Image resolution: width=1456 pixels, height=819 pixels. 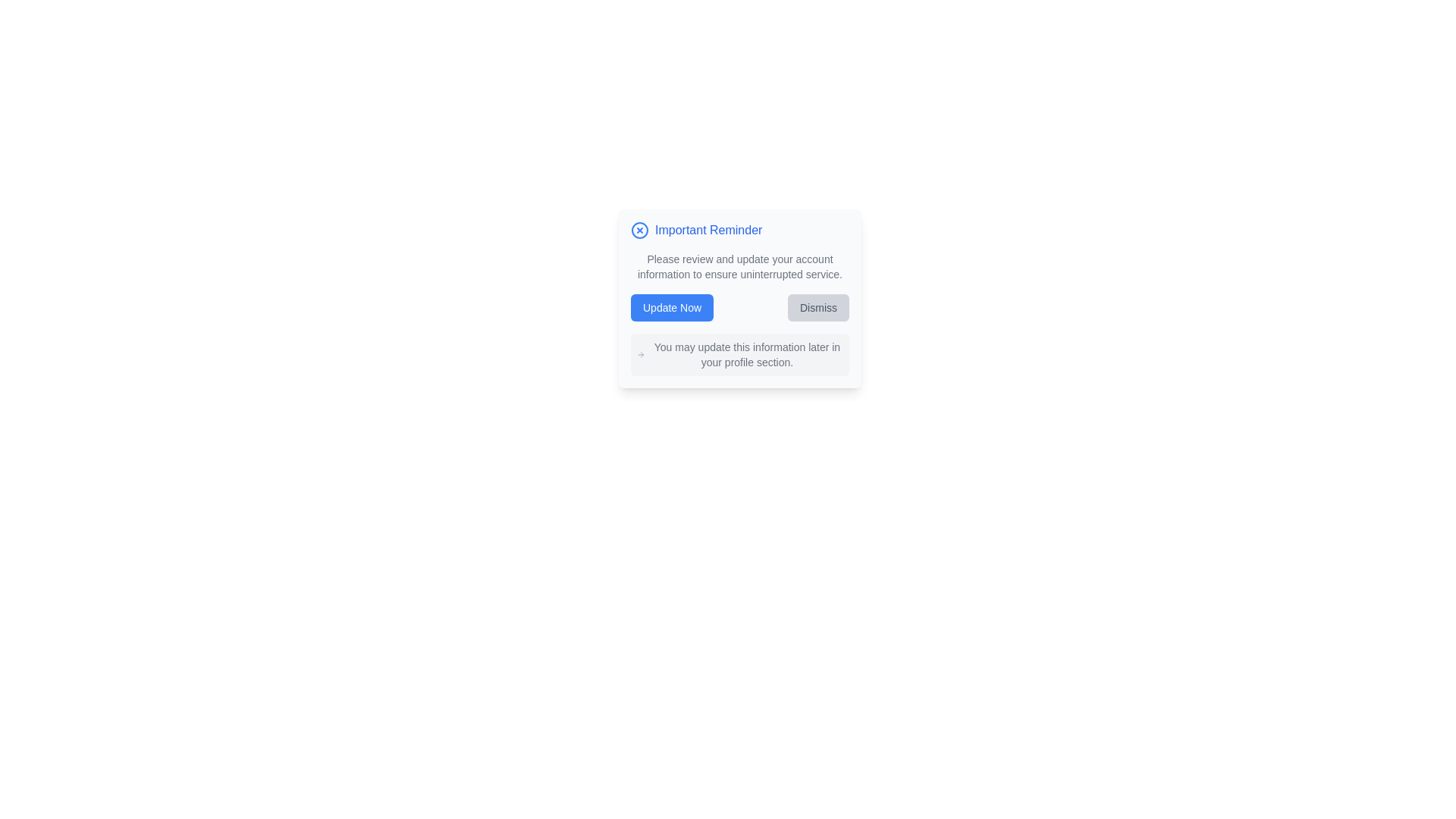 What do you see at coordinates (640, 231) in the screenshot?
I see `the circle element that serves as a status indicator within a notification icon located near the top-left corner of the modal dialog box` at bounding box center [640, 231].